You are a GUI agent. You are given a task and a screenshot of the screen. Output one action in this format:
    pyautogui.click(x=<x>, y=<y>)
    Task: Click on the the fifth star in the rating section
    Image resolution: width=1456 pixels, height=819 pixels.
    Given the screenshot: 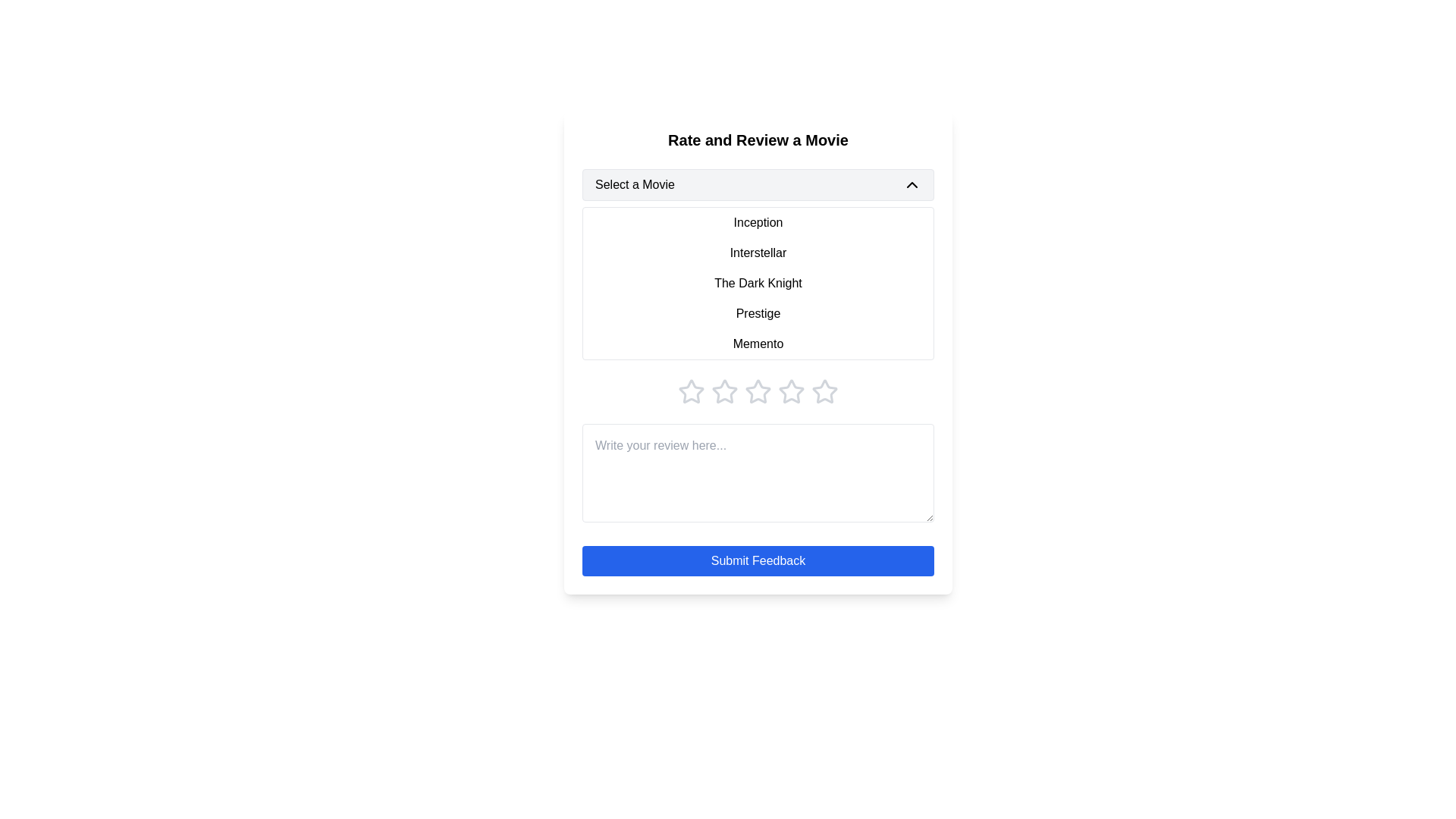 What is the action you would take?
    pyautogui.click(x=824, y=391)
    